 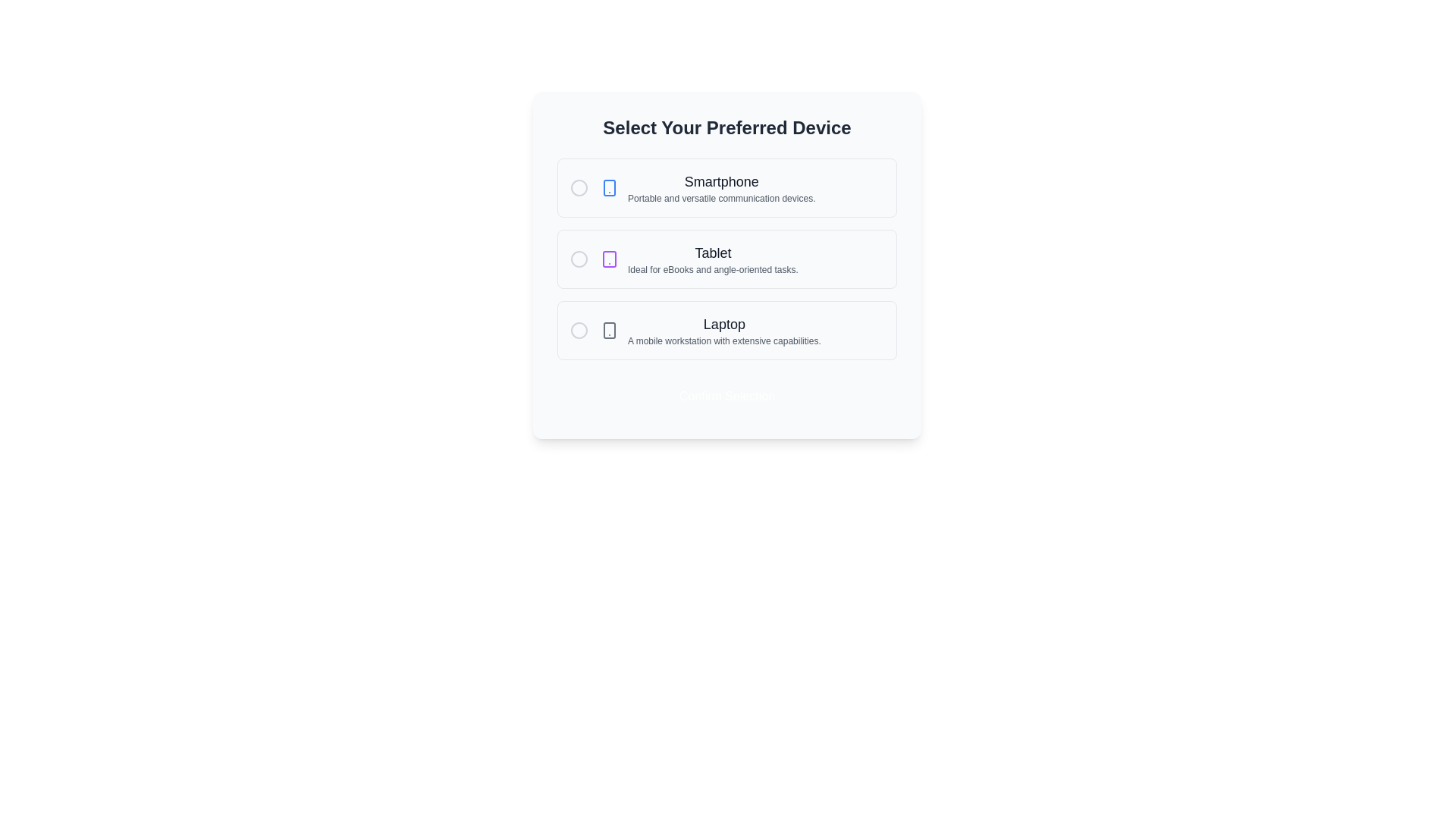 What do you see at coordinates (610, 259) in the screenshot?
I see `the purple tablet icon` at bounding box center [610, 259].